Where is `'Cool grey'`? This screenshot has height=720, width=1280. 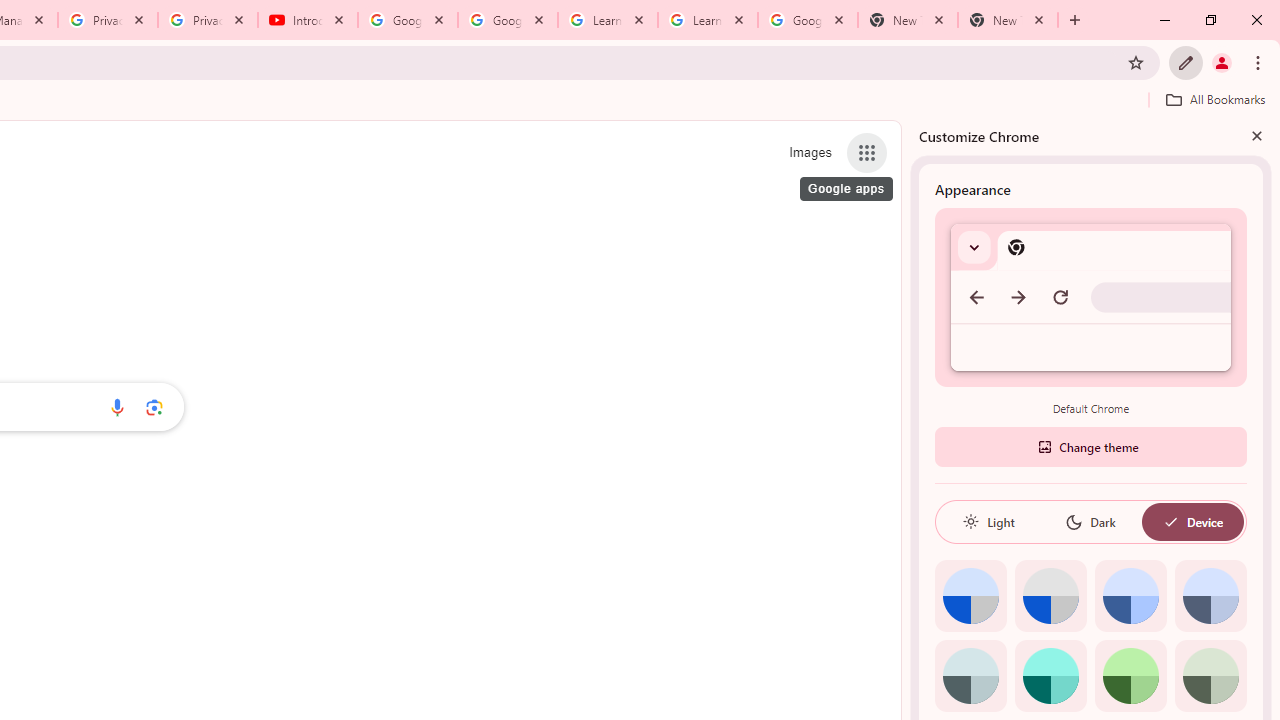 'Cool grey' is located at coordinates (1209, 595).